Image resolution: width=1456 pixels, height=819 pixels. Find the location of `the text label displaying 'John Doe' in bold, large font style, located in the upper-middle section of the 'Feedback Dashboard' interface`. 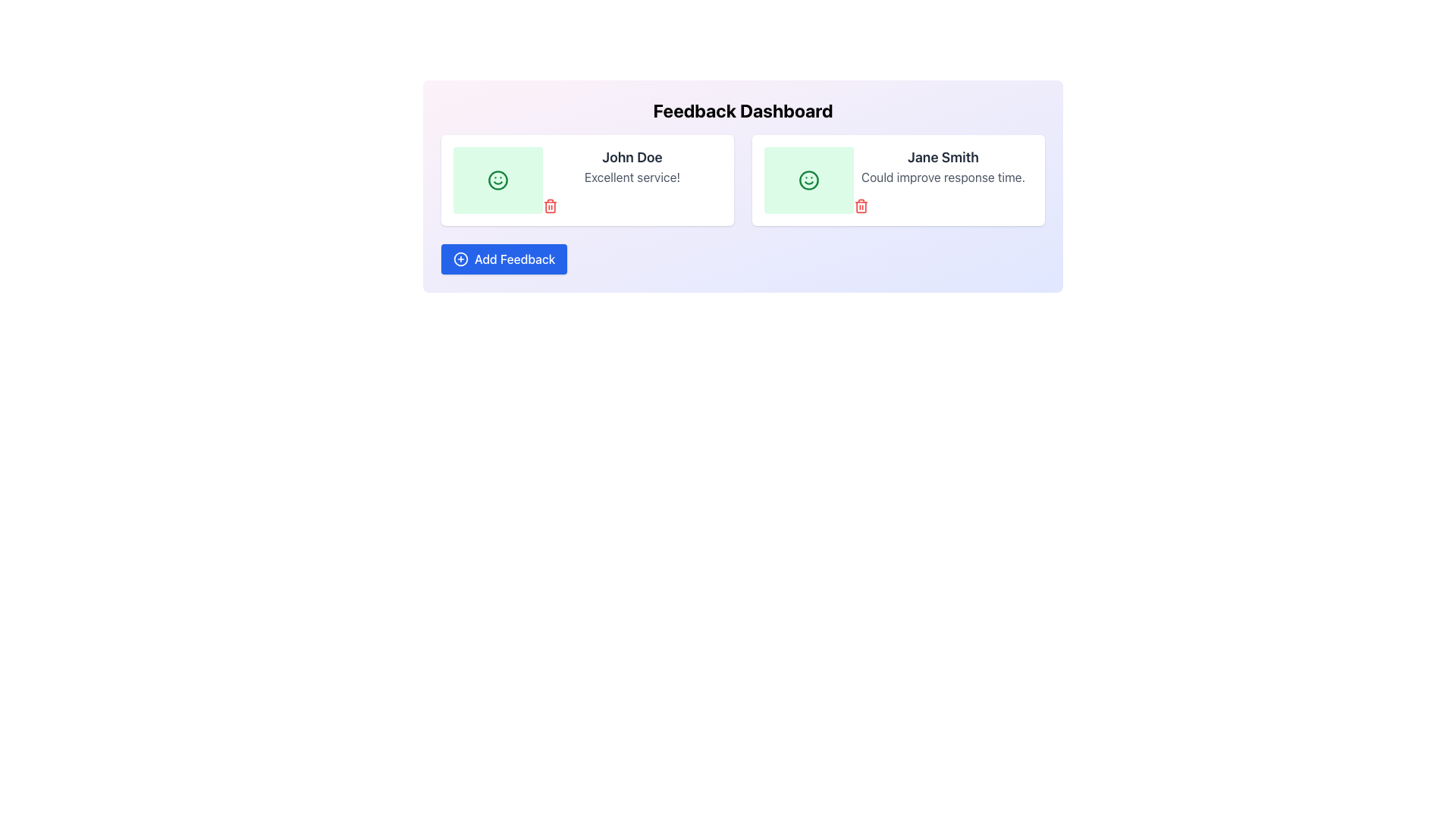

the text label displaying 'John Doe' in bold, large font style, located in the upper-middle section of the 'Feedback Dashboard' interface is located at coordinates (632, 158).